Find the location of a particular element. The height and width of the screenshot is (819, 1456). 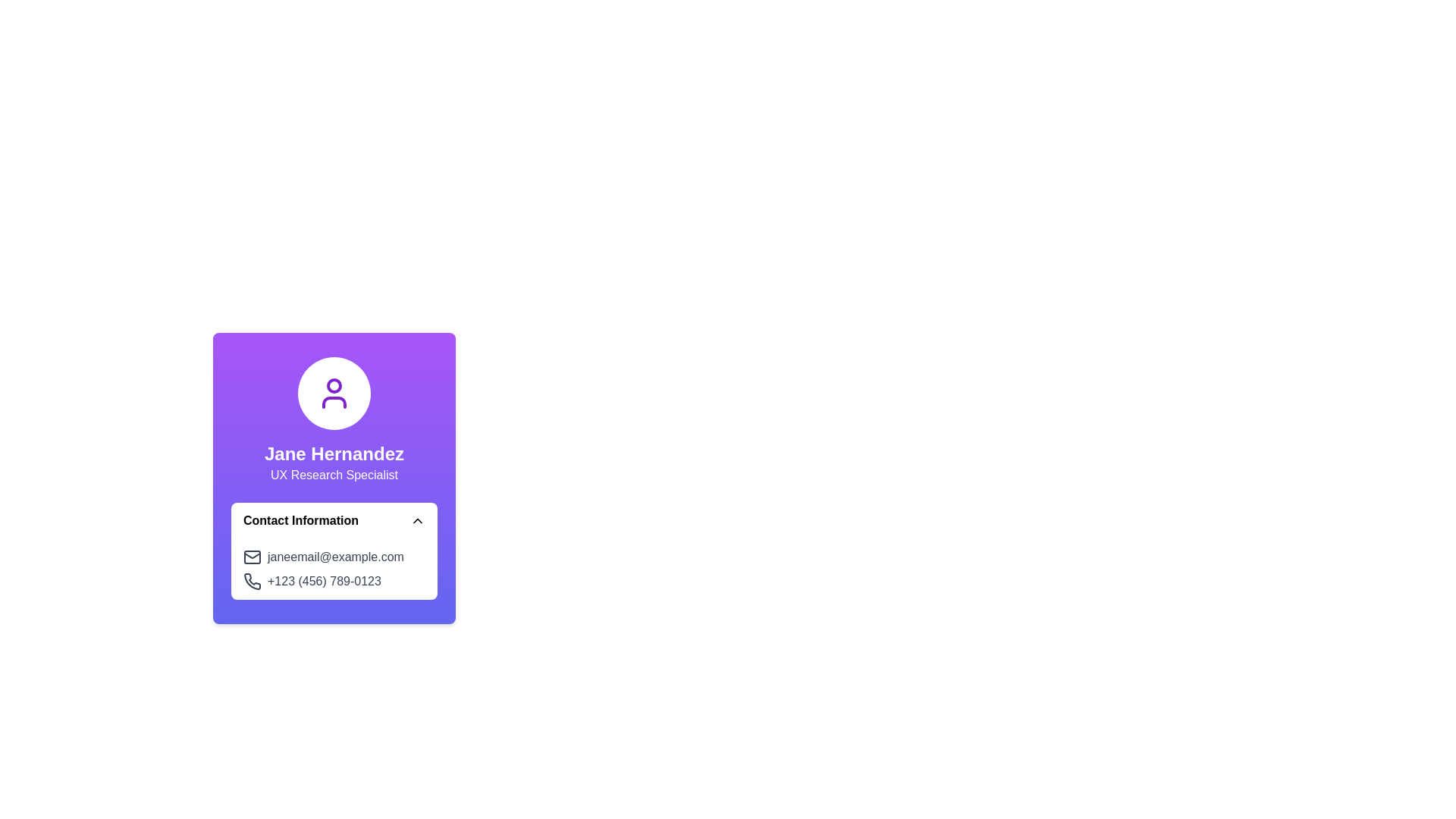

the circular white area containing a purple user icon, which is located at the top center of the card layout, above the text 'Jane Hernandez UX Research Specialist' is located at coordinates (334, 393).